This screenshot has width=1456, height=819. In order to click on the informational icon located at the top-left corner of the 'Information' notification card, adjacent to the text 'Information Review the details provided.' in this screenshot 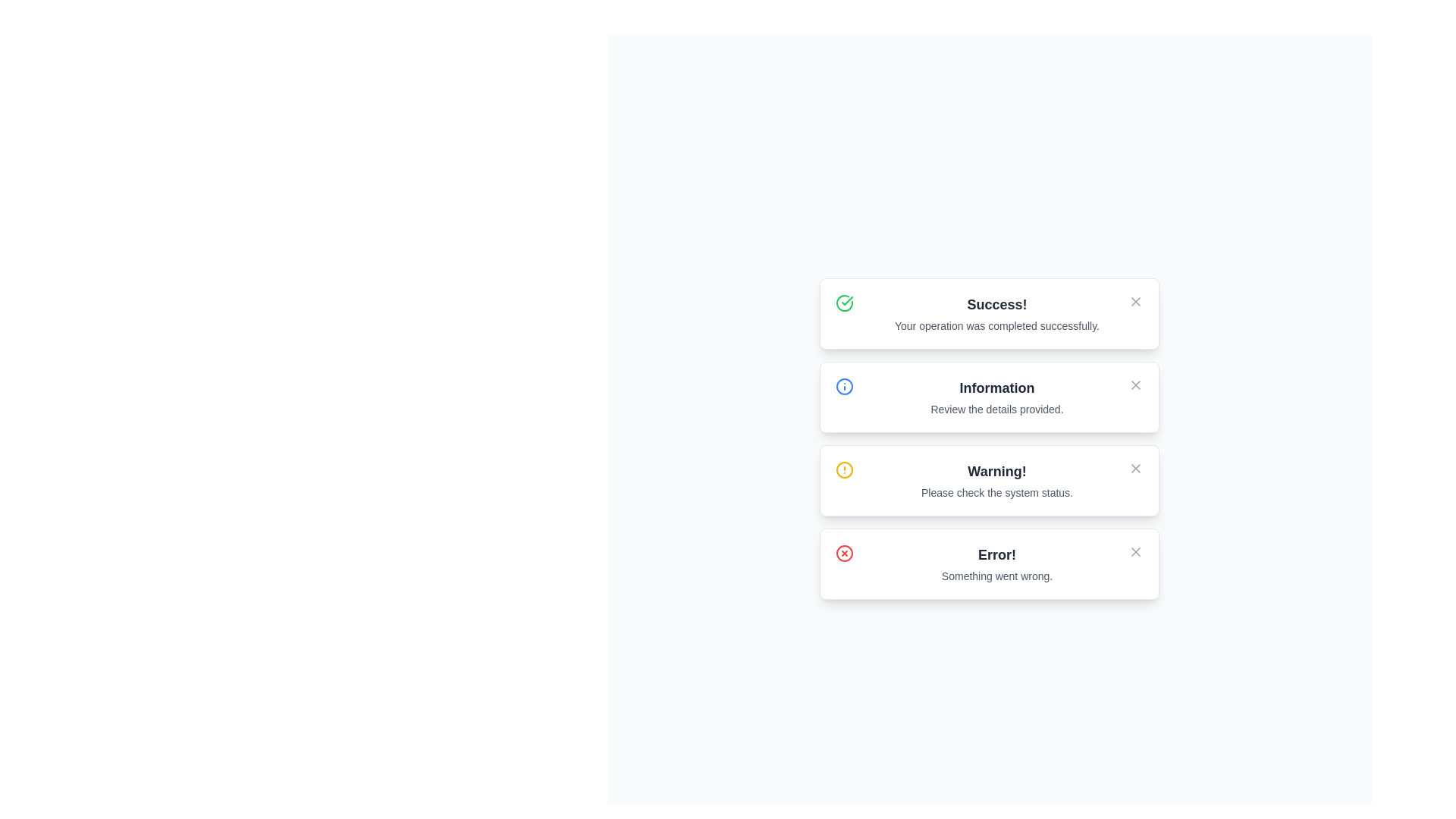, I will do `click(843, 385)`.